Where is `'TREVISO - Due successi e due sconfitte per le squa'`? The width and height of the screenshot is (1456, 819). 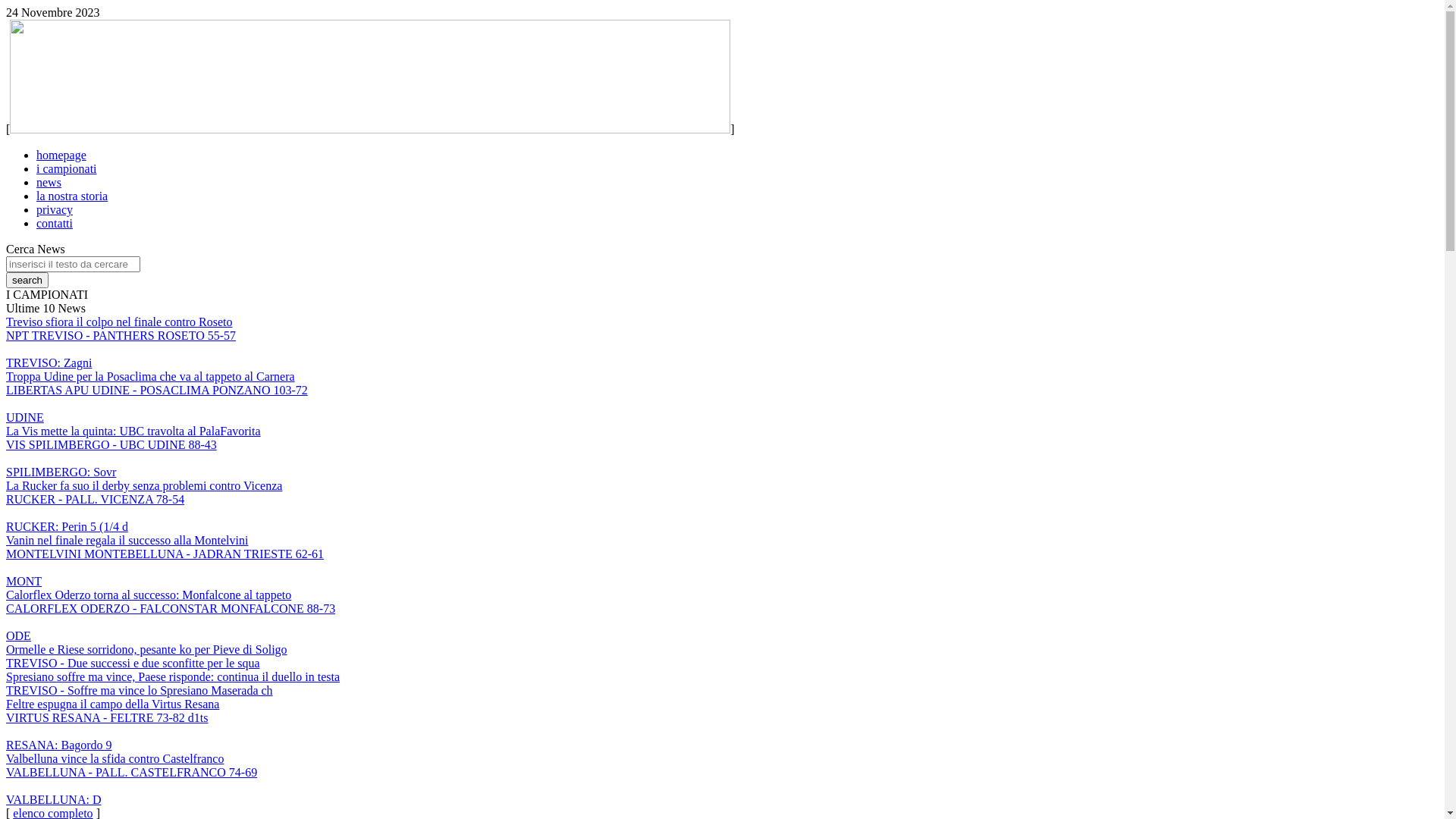 'TREVISO - Due successi e due sconfitte per le squa' is located at coordinates (133, 662).